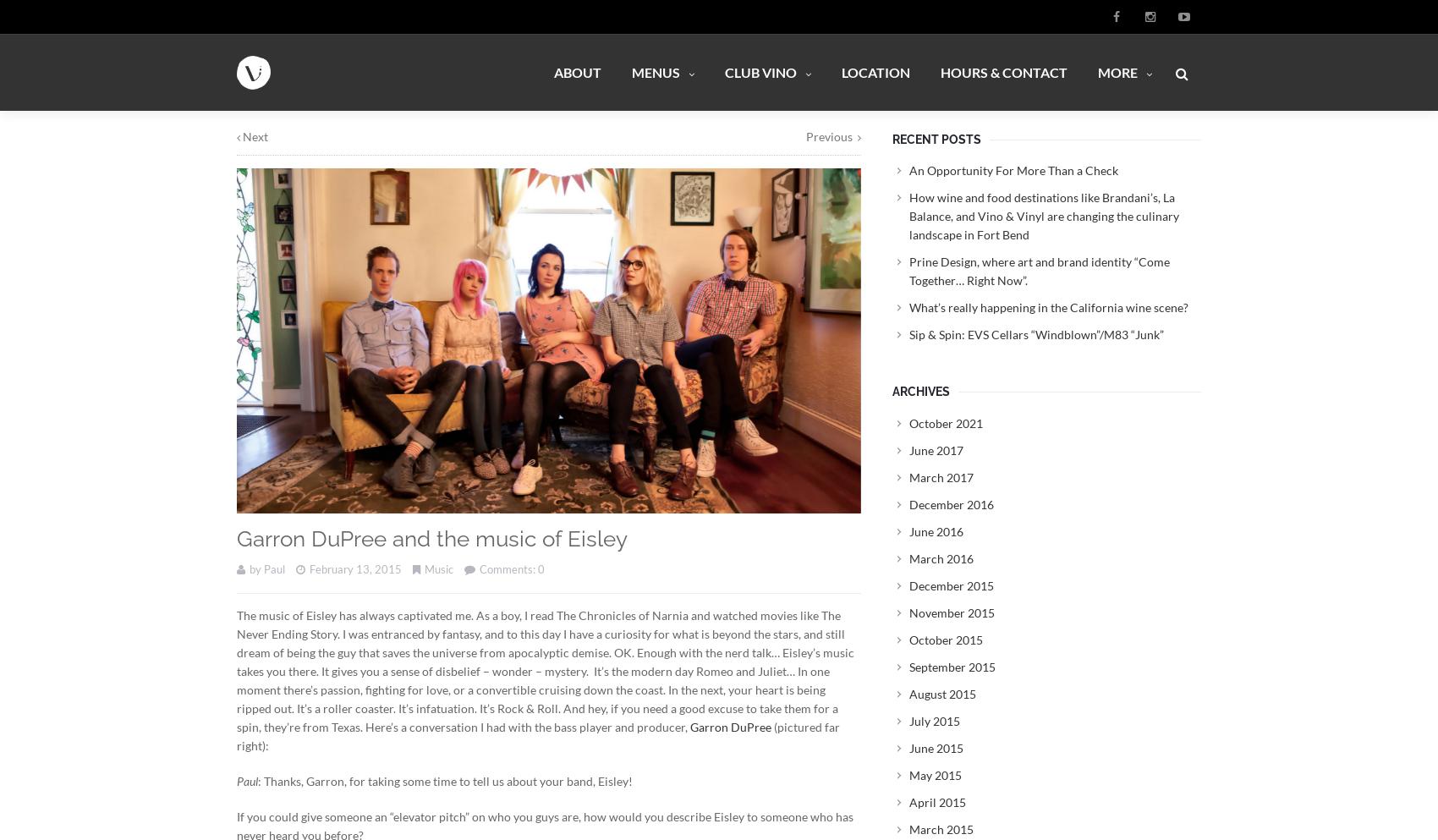  Describe the element at coordinates (508, 568) in the screenshot. I see `'Comments:'` at that location.